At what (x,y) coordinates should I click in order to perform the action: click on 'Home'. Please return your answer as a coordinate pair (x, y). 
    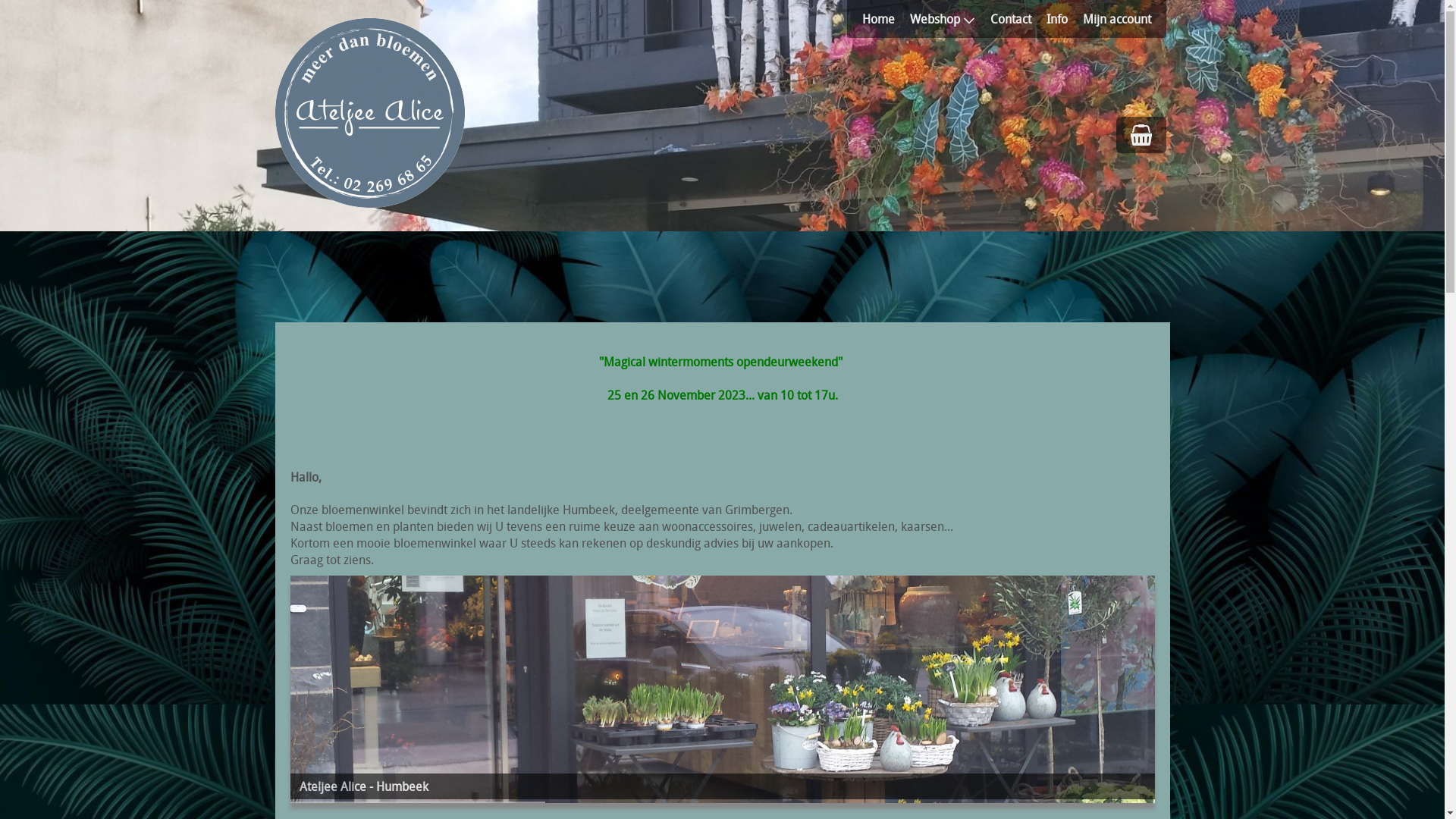
    Looking at the image, I should click on (885, 18).